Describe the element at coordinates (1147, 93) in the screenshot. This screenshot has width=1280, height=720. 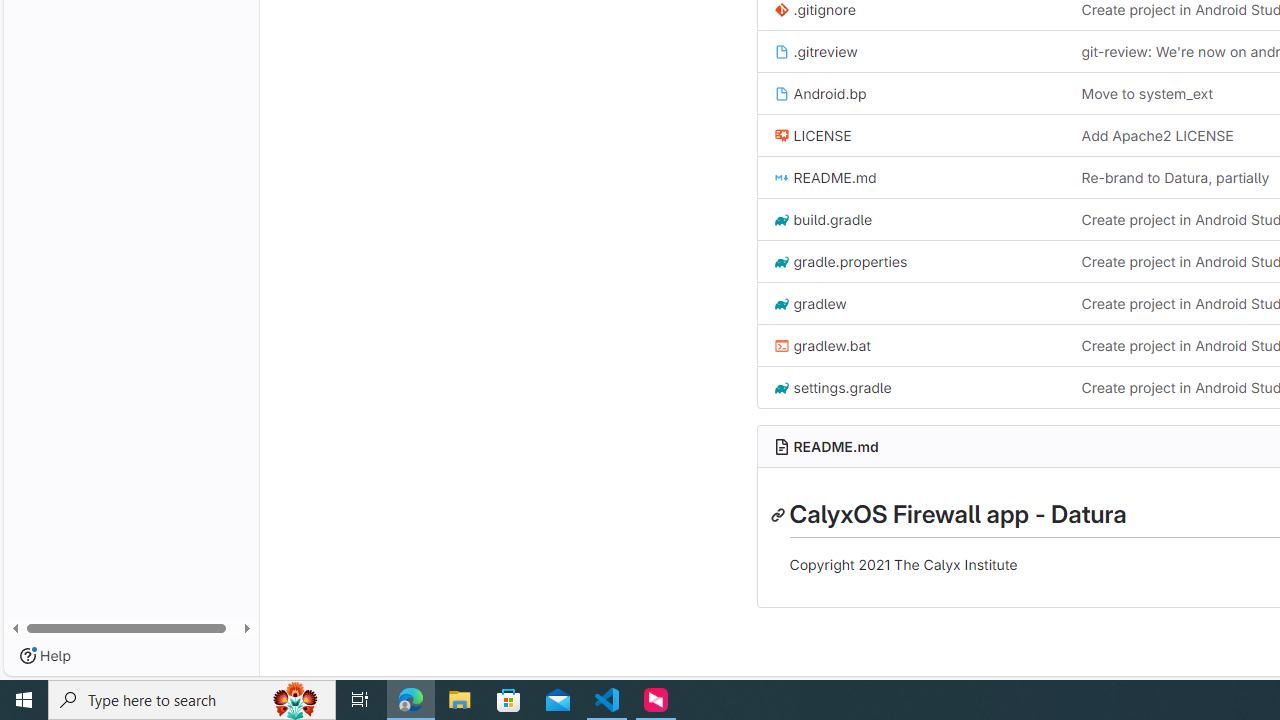
I see `'Move to system_ext'` at that location.